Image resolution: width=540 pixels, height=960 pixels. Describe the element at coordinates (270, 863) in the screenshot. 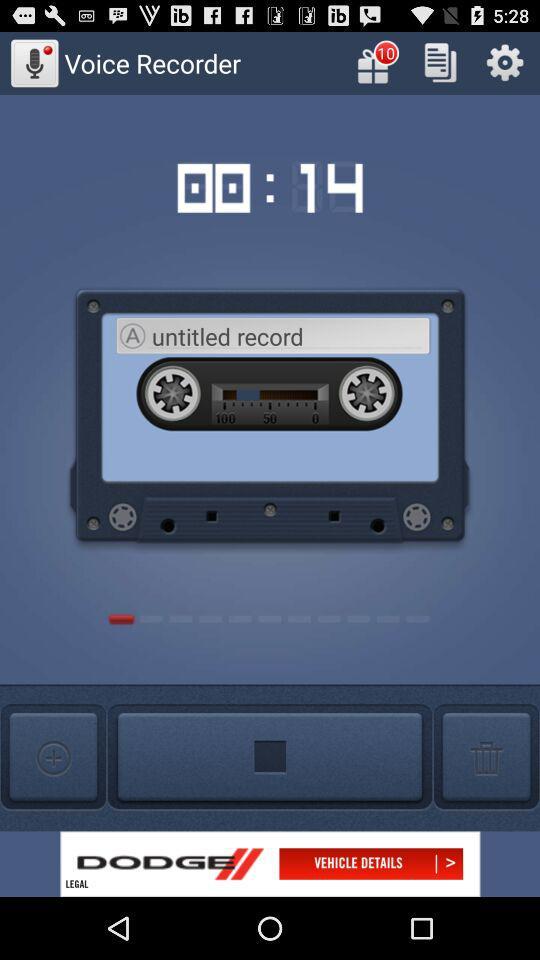

I see `app advertisement` at that location.